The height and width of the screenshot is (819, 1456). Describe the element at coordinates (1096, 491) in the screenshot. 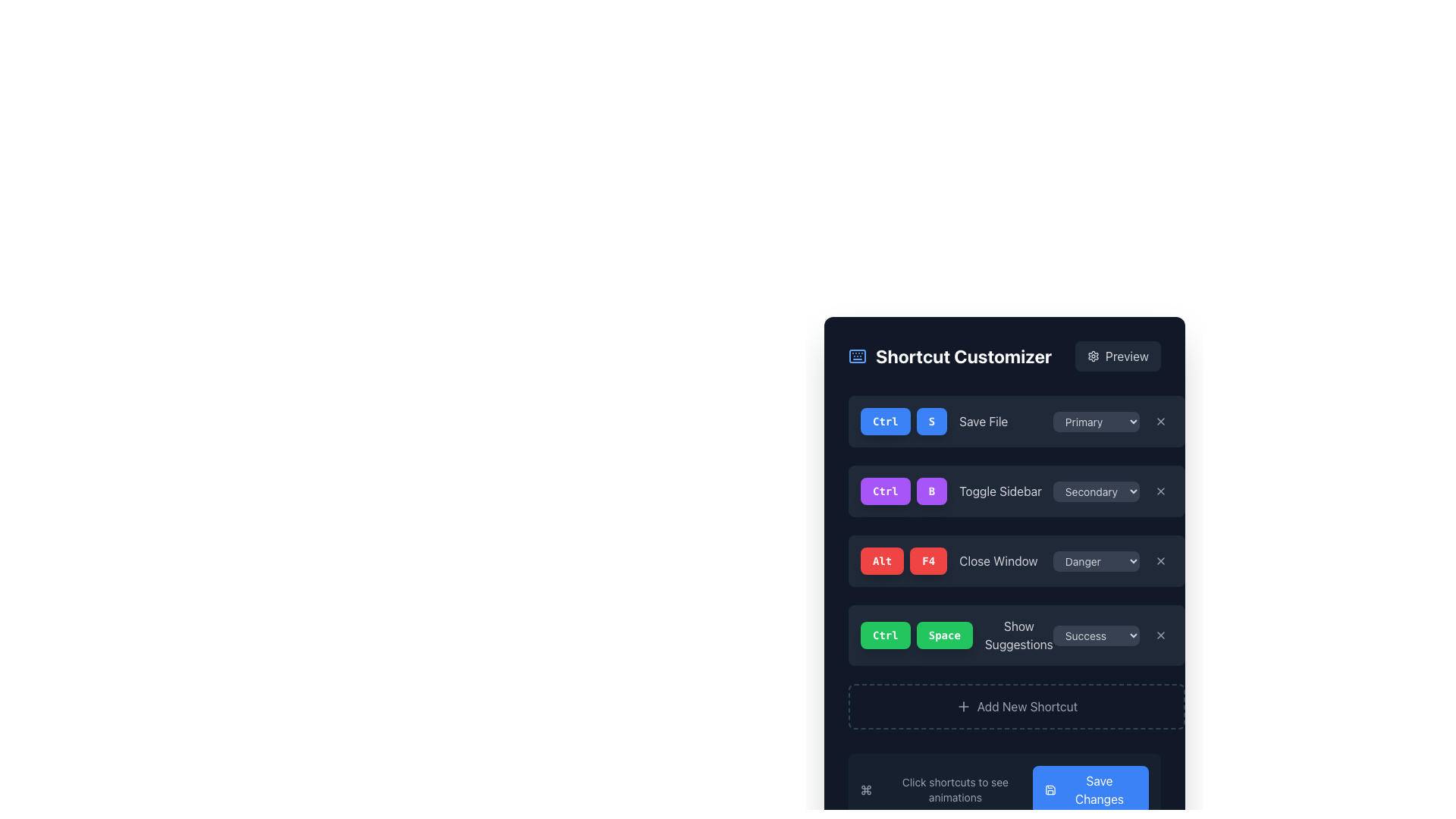

I see `the Dropdown menu for 'Toggle Sidebar'` at that location.